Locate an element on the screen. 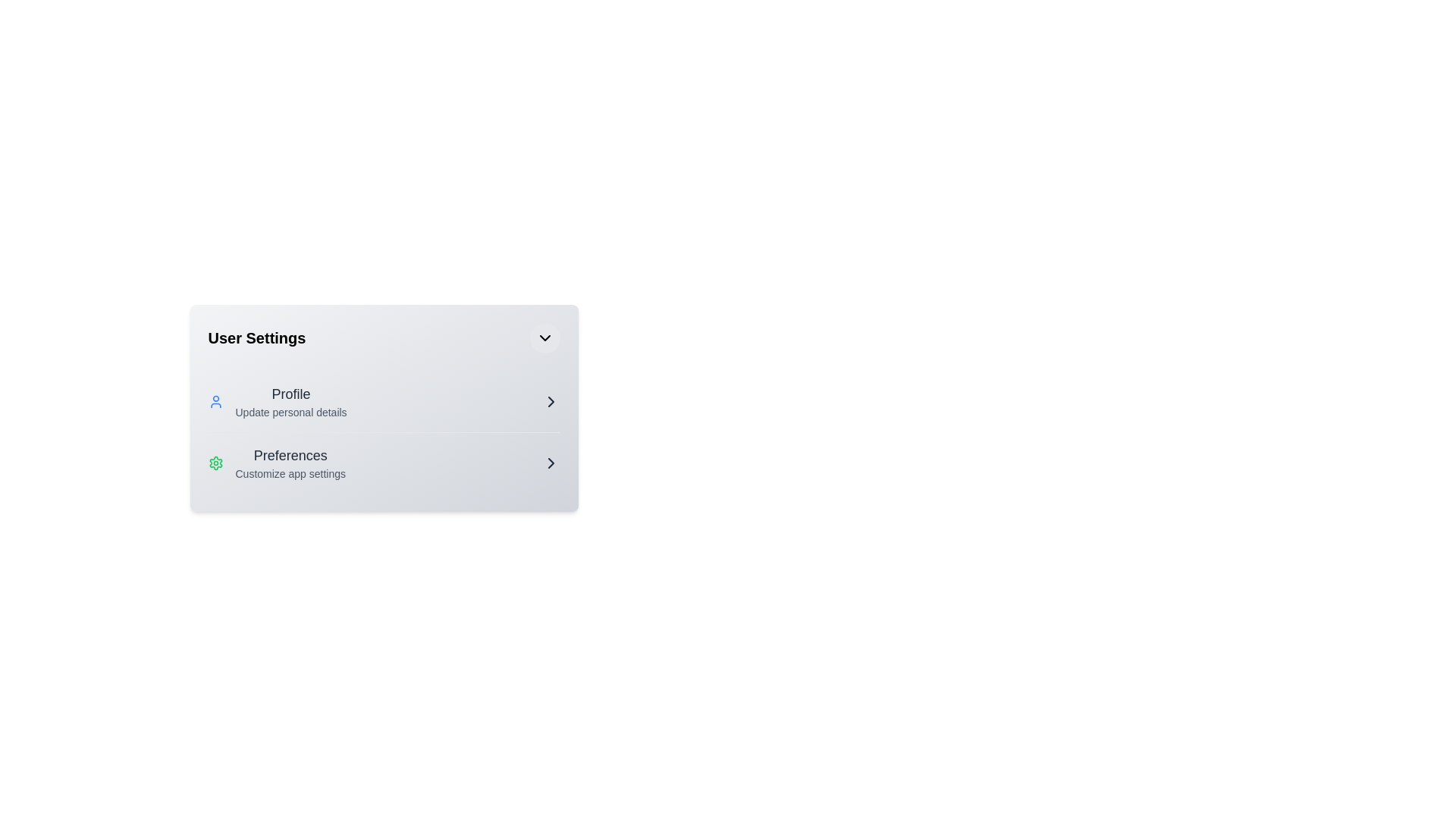 This screenshot has width=1456, height=819. the 'Preferences' settings option is located at coordinates (384, 462).